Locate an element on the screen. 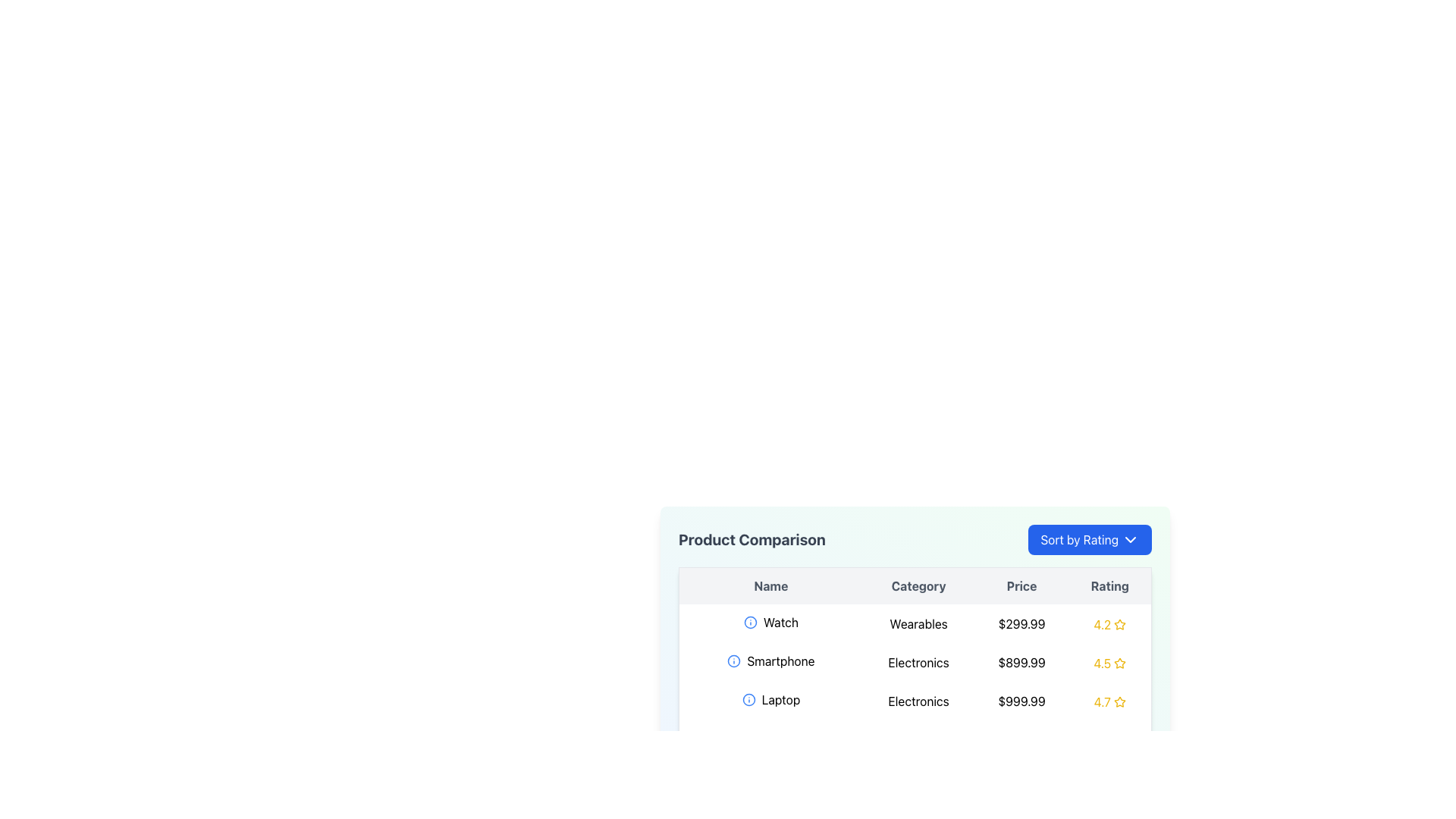 This screenshot has width=1456, height=819. the star icon representing the rating of 4.7 in the 'Rating' column of the last row for the 'Electronics' category product priced at $999.99 is located at coordinates (1119, 701).